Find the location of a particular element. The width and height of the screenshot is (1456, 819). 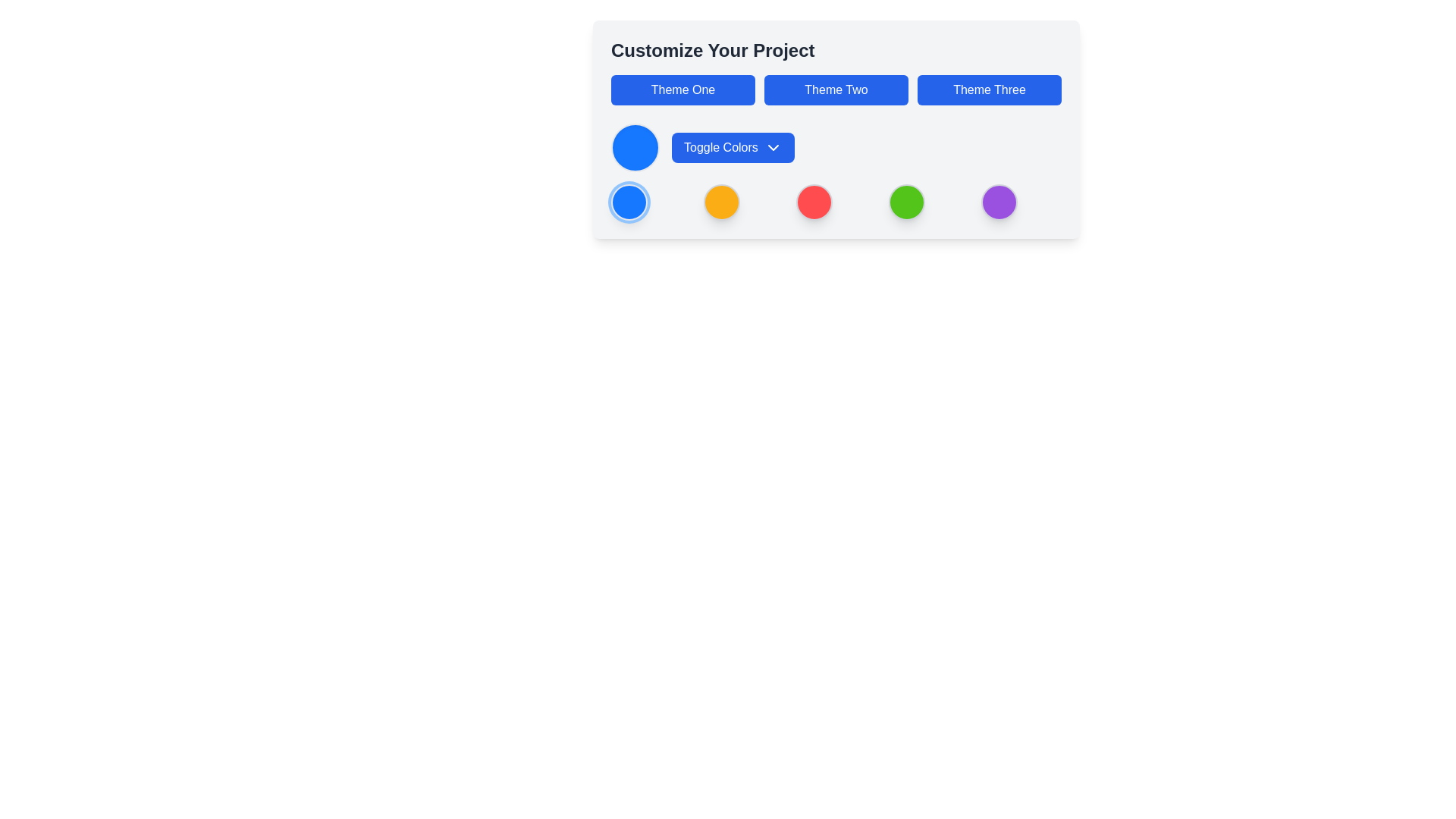

the second button is located at coordinates (720, 201).